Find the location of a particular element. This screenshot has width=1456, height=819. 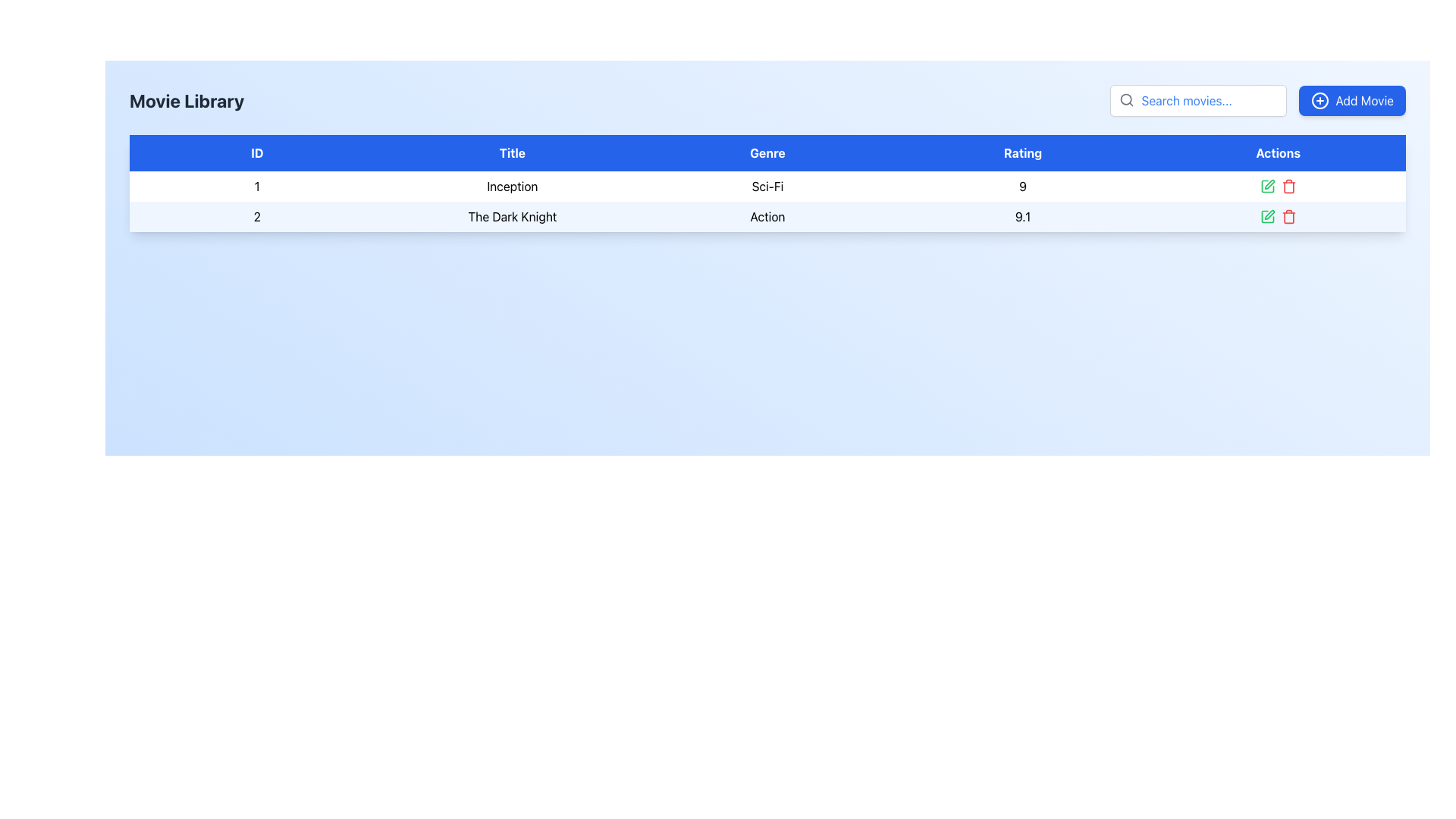

the delete button located in the rightmost position of the 'Actions' column in the second row of the data table is located at coordinates (1288, 216).